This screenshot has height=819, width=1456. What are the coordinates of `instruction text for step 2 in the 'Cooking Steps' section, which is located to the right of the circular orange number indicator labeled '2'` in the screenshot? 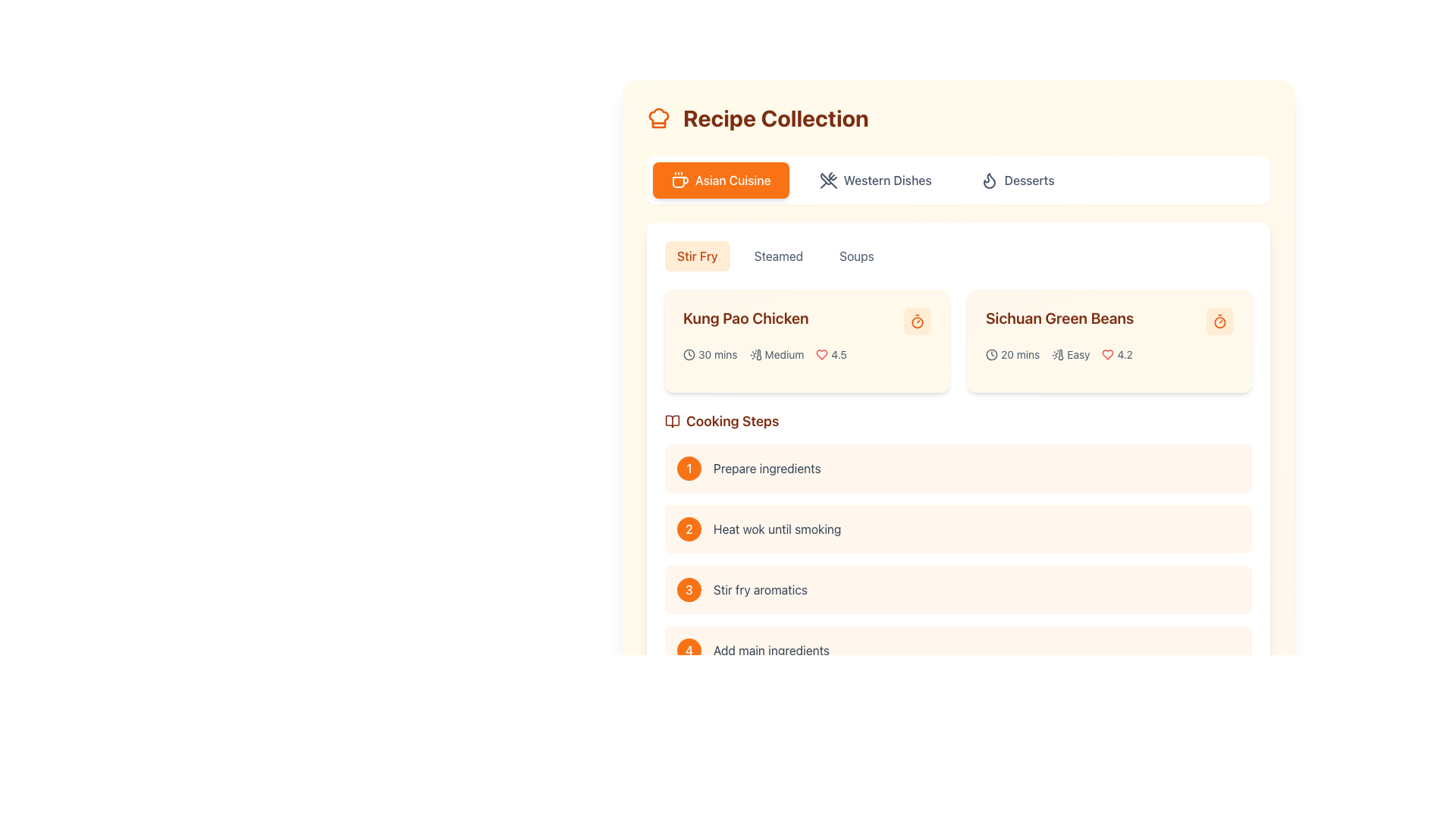 It's located at (777, 529).